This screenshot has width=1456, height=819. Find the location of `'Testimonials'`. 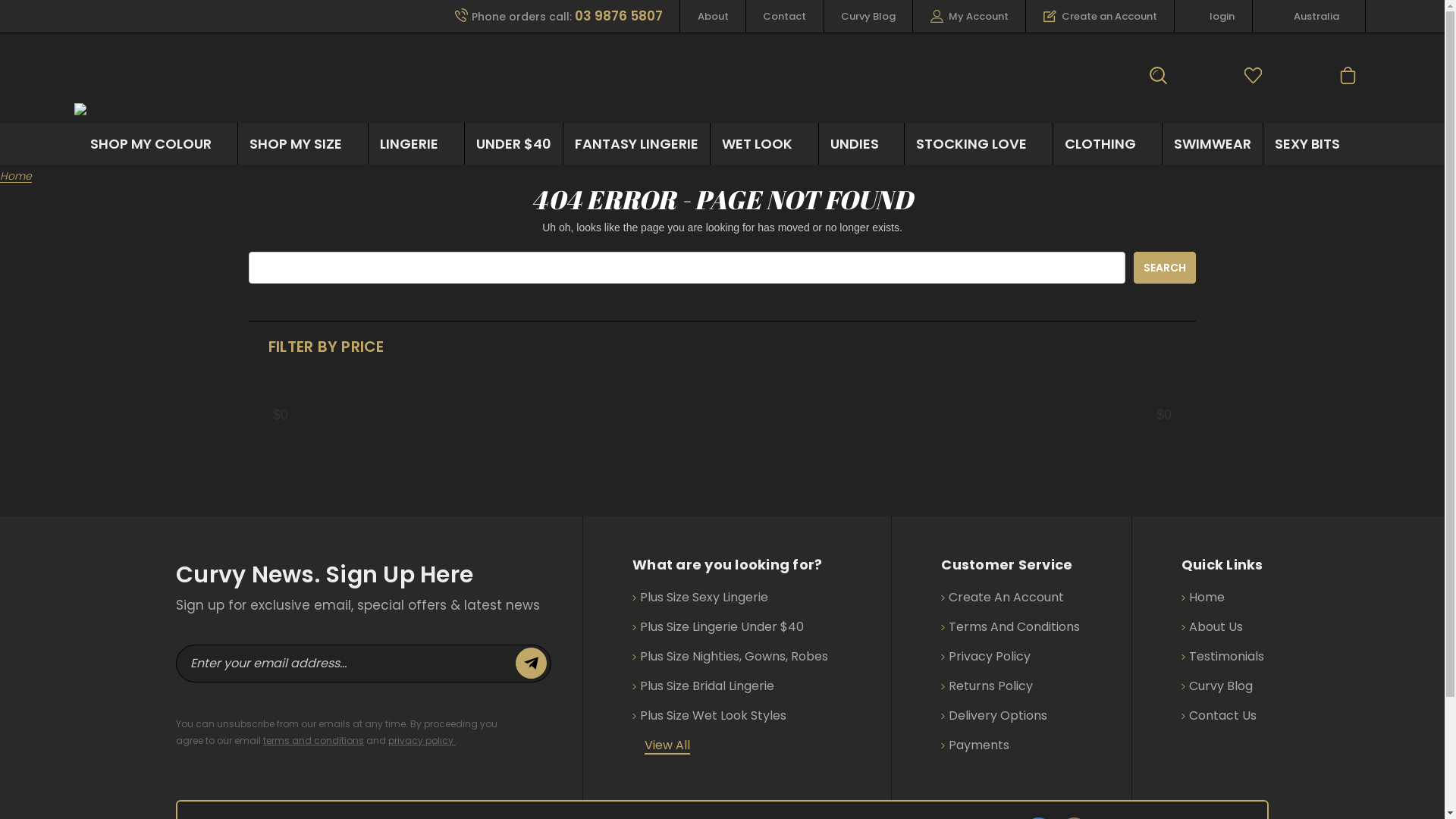

'Testimonials' is located at coordinates (1181, 656).